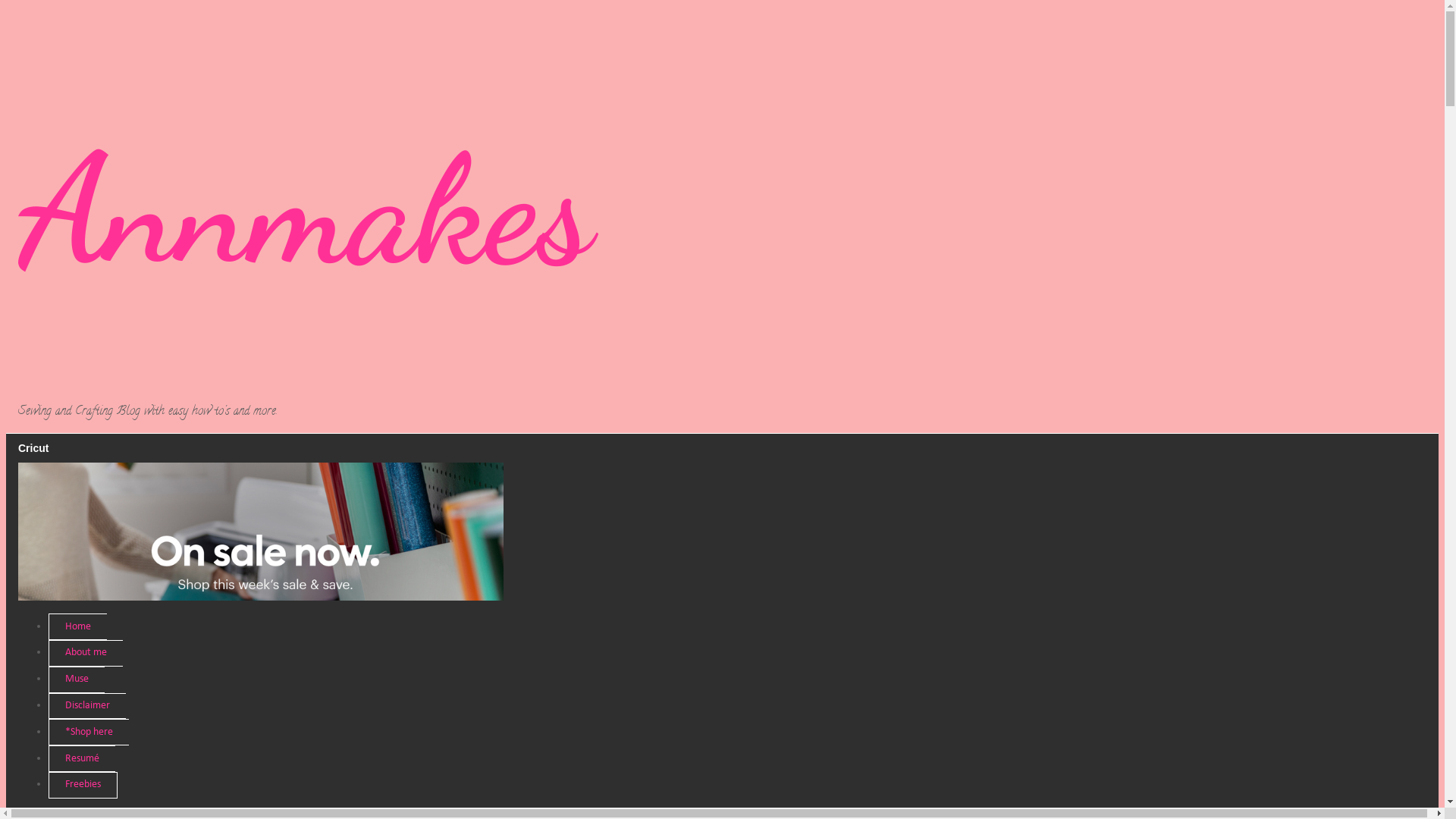  I want to click on 'Home', so click(77, 626).